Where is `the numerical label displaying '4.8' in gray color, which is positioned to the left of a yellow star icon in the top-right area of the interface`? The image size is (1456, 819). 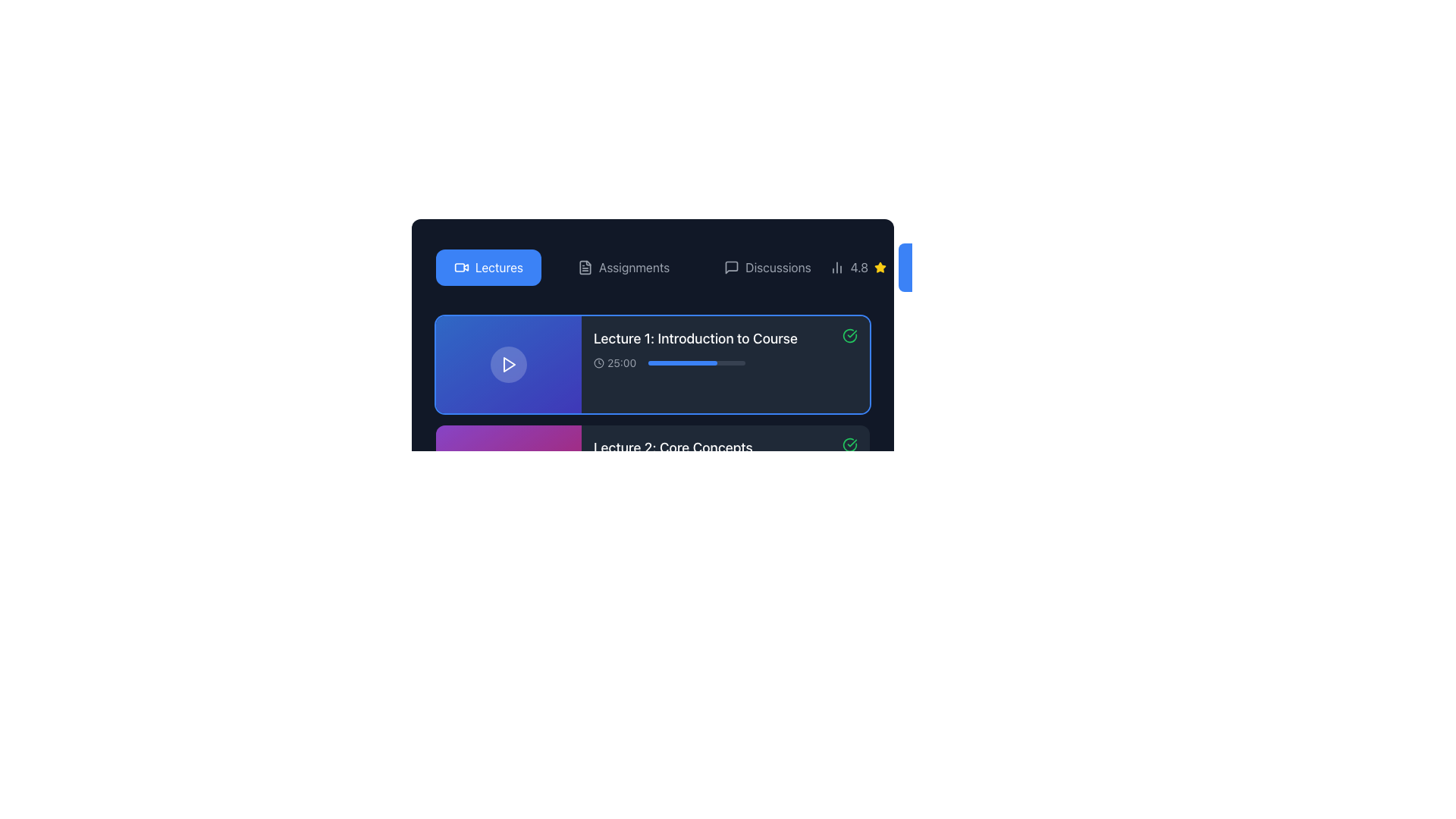 the numerical label displaying '4.8' in gray color, which is positioned to the left of a yellow star icon in the top-right area of the interface is located at coordinates (859, 267).